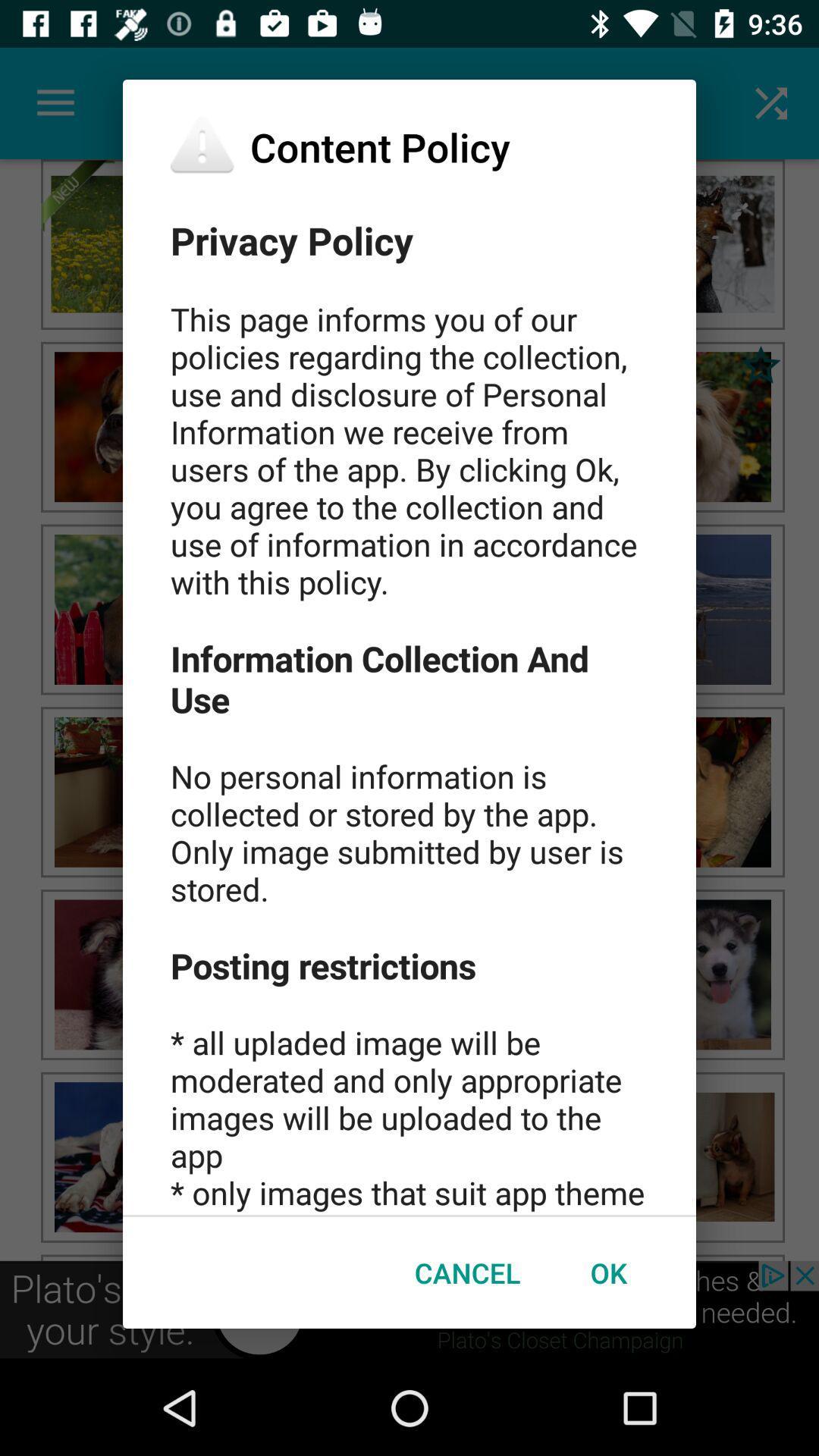  Describe the element at coordinates (466, 1272) in the screenshot. I see `icon next to ok icon` at that location.